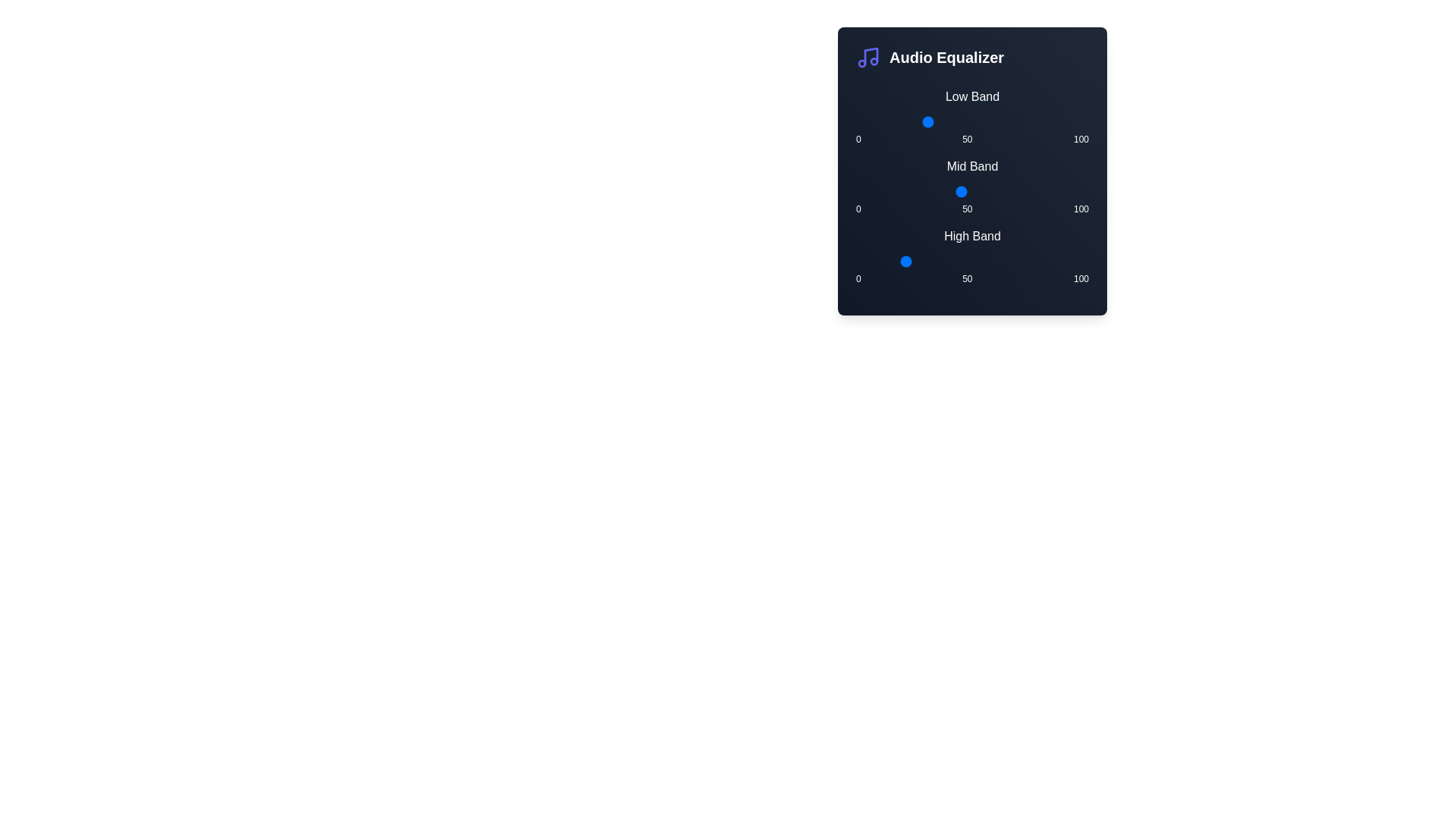 The width and height of the screenshot is (1456, 819). Describe the element at coordinates (923, 191) in the screenshot. I see `the Mid Band slider to set its value to 29` at that location.